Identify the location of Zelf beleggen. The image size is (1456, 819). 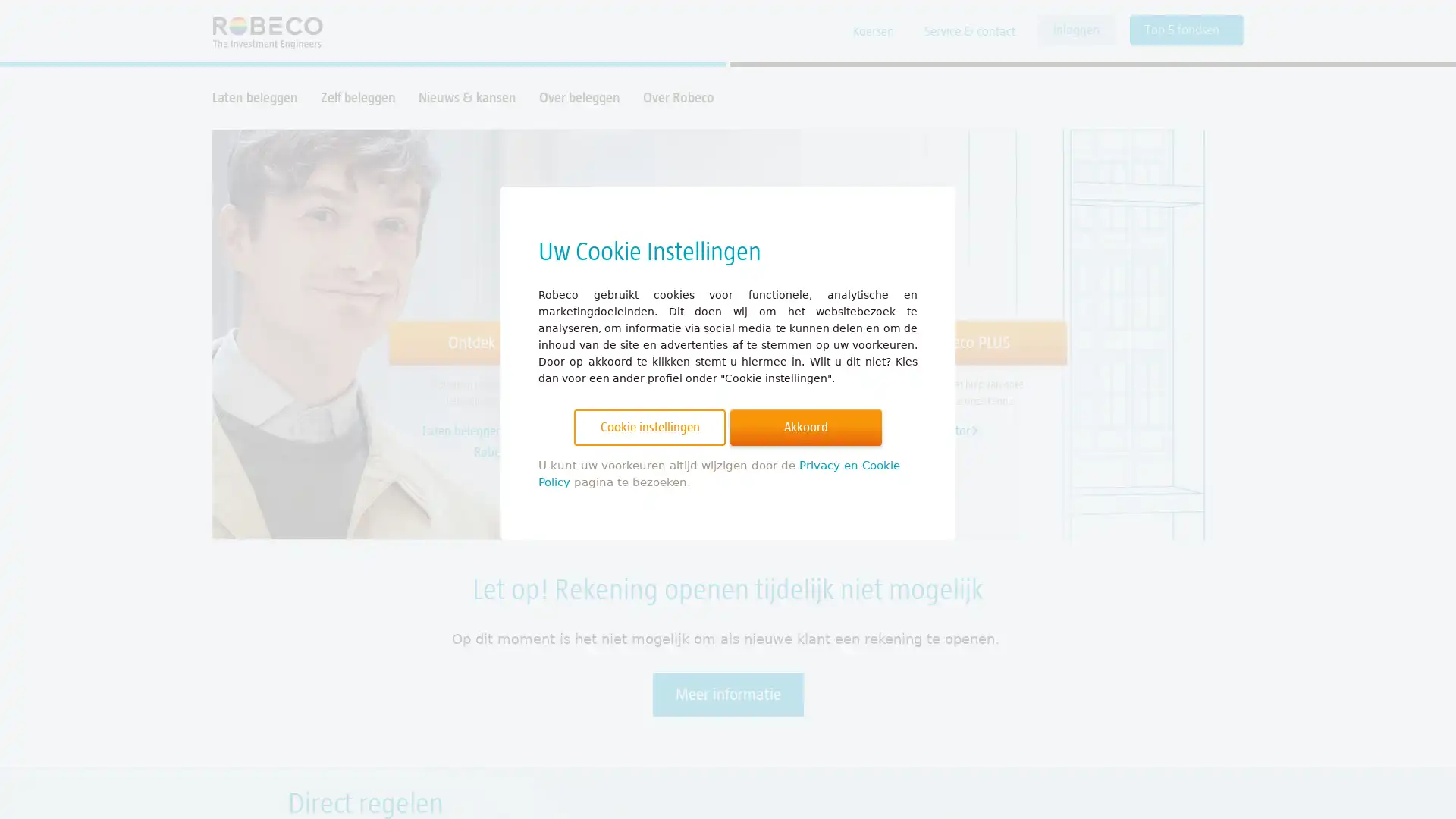
(357, 97).